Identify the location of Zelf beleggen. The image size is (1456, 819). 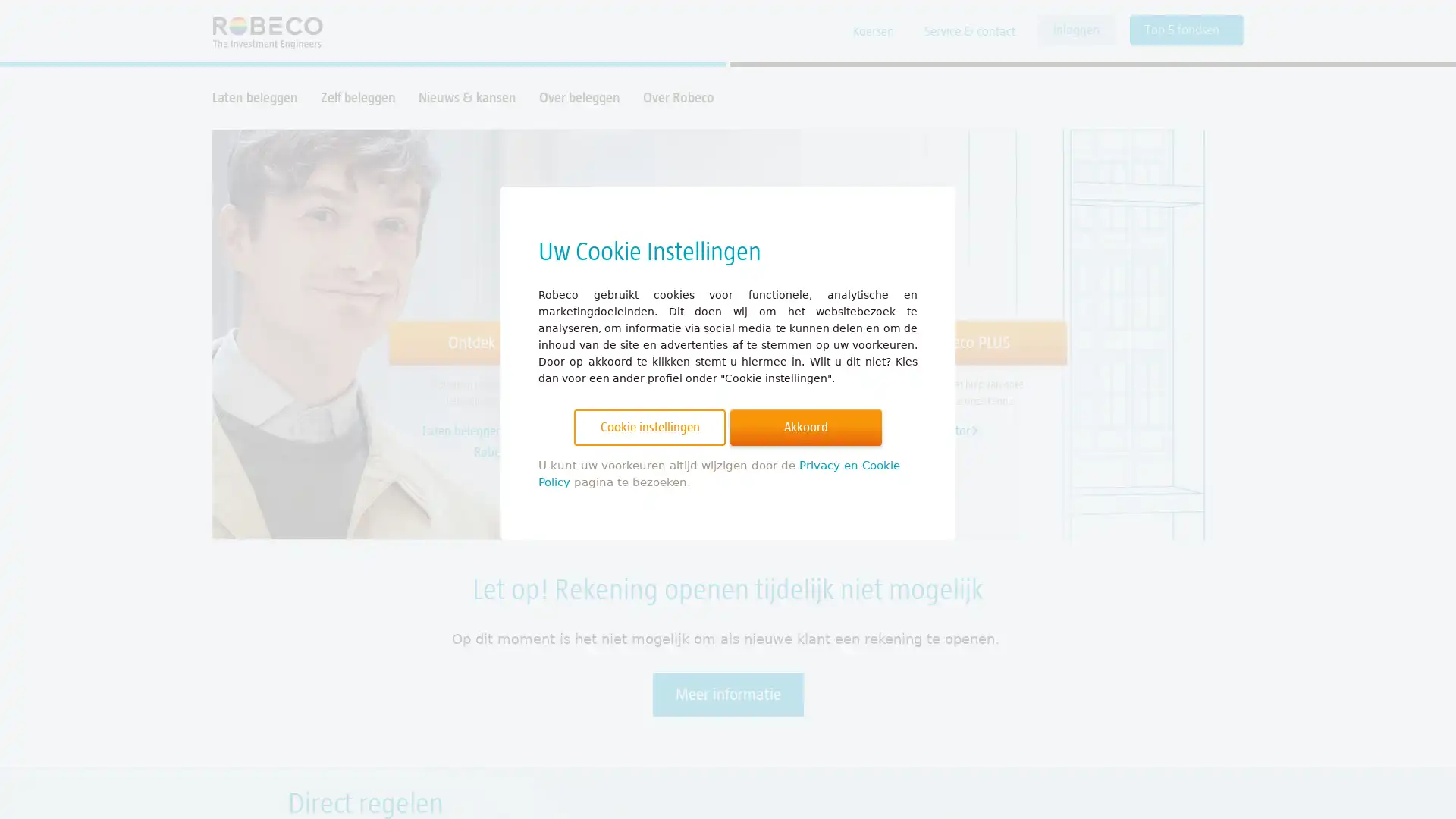
(357, 97).